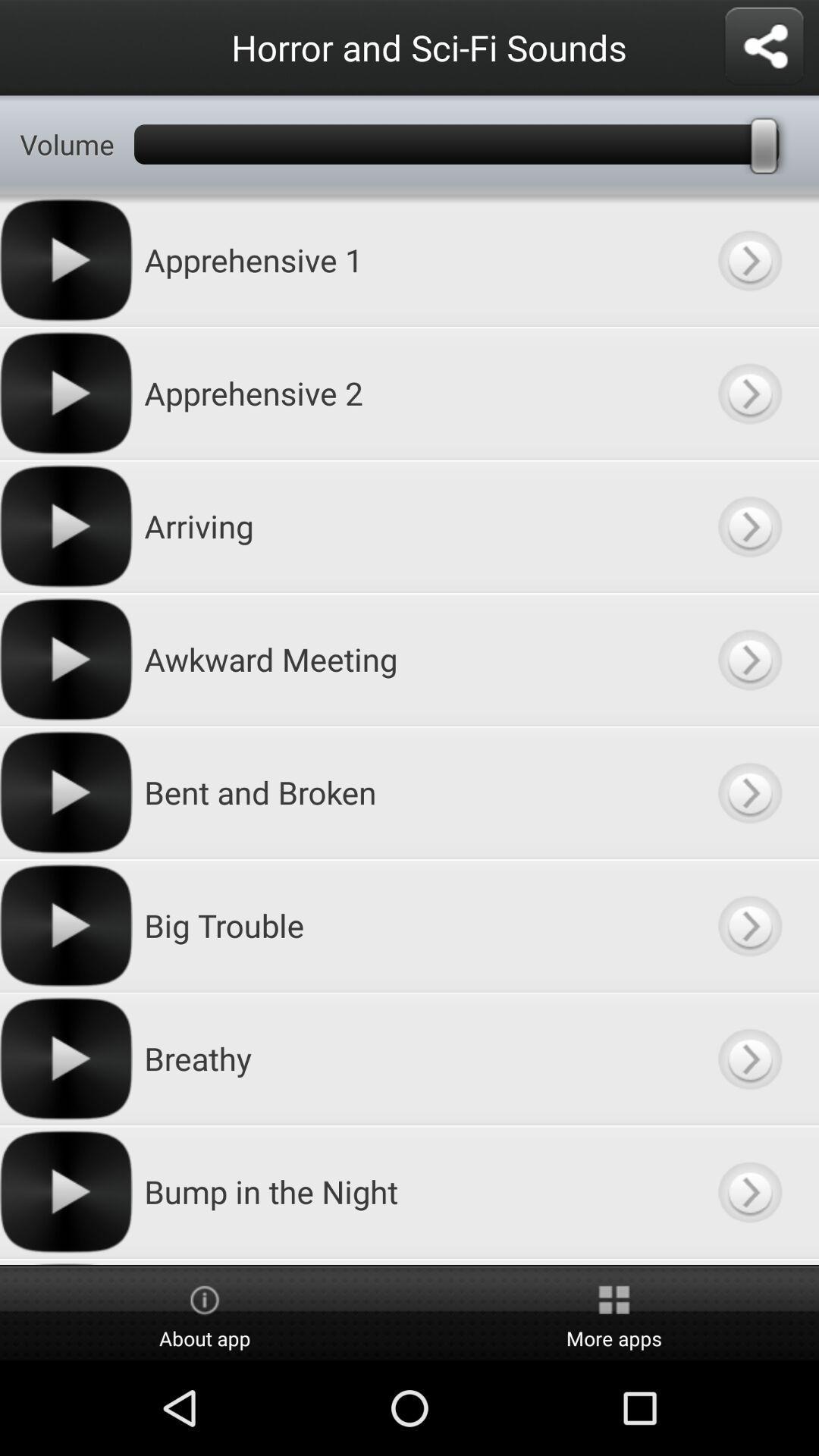  What do you see at coordinates (748, 1261) in the screenshot?
I see `scroll right` at bounding box center [748, 1261].